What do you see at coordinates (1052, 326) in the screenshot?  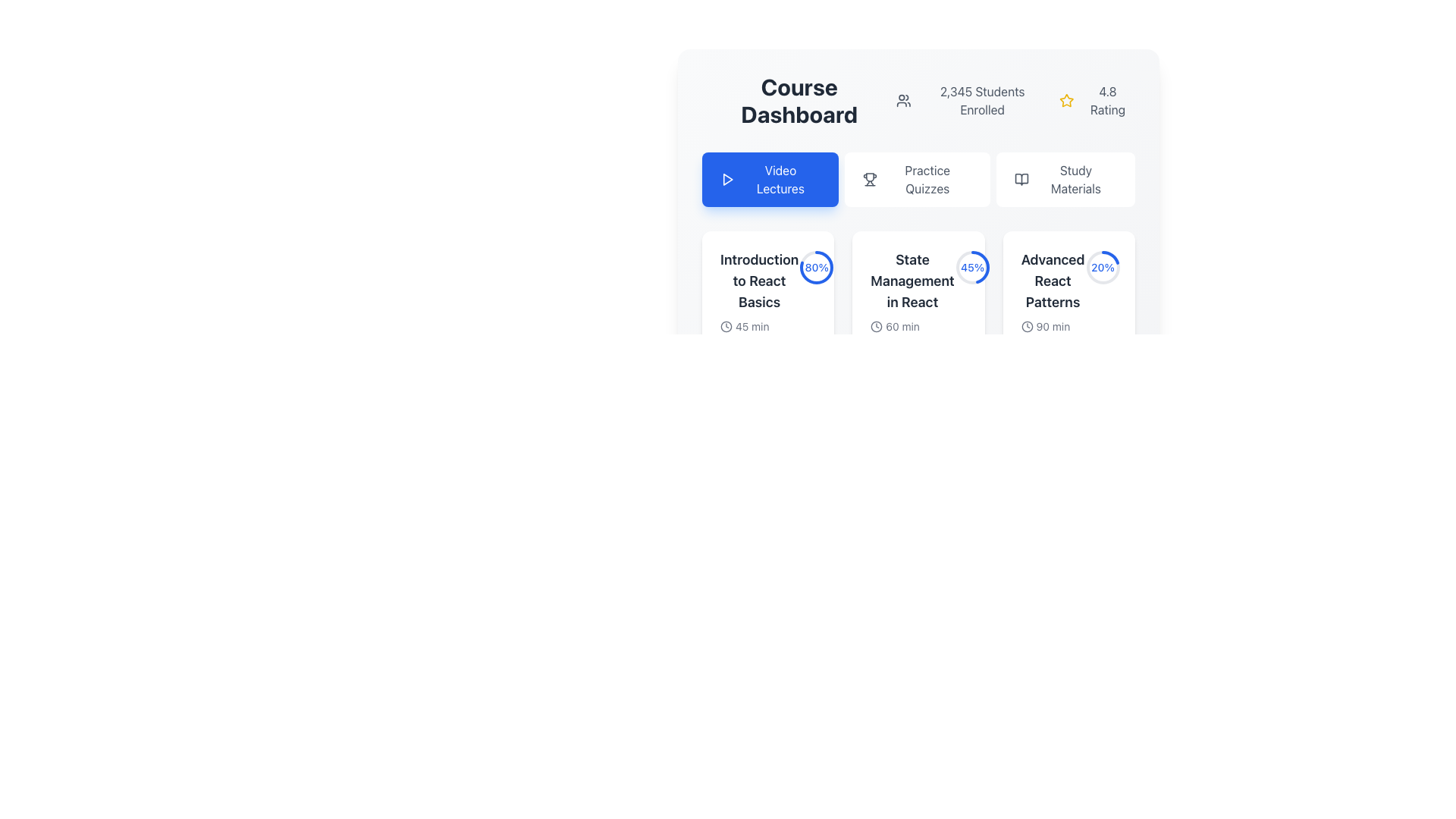 I see `the label indicating the duration of the course 'Advanced React Patterns', which is positioned below the title and above the '756 enrolled' text` at bounding box center [1052, 326].